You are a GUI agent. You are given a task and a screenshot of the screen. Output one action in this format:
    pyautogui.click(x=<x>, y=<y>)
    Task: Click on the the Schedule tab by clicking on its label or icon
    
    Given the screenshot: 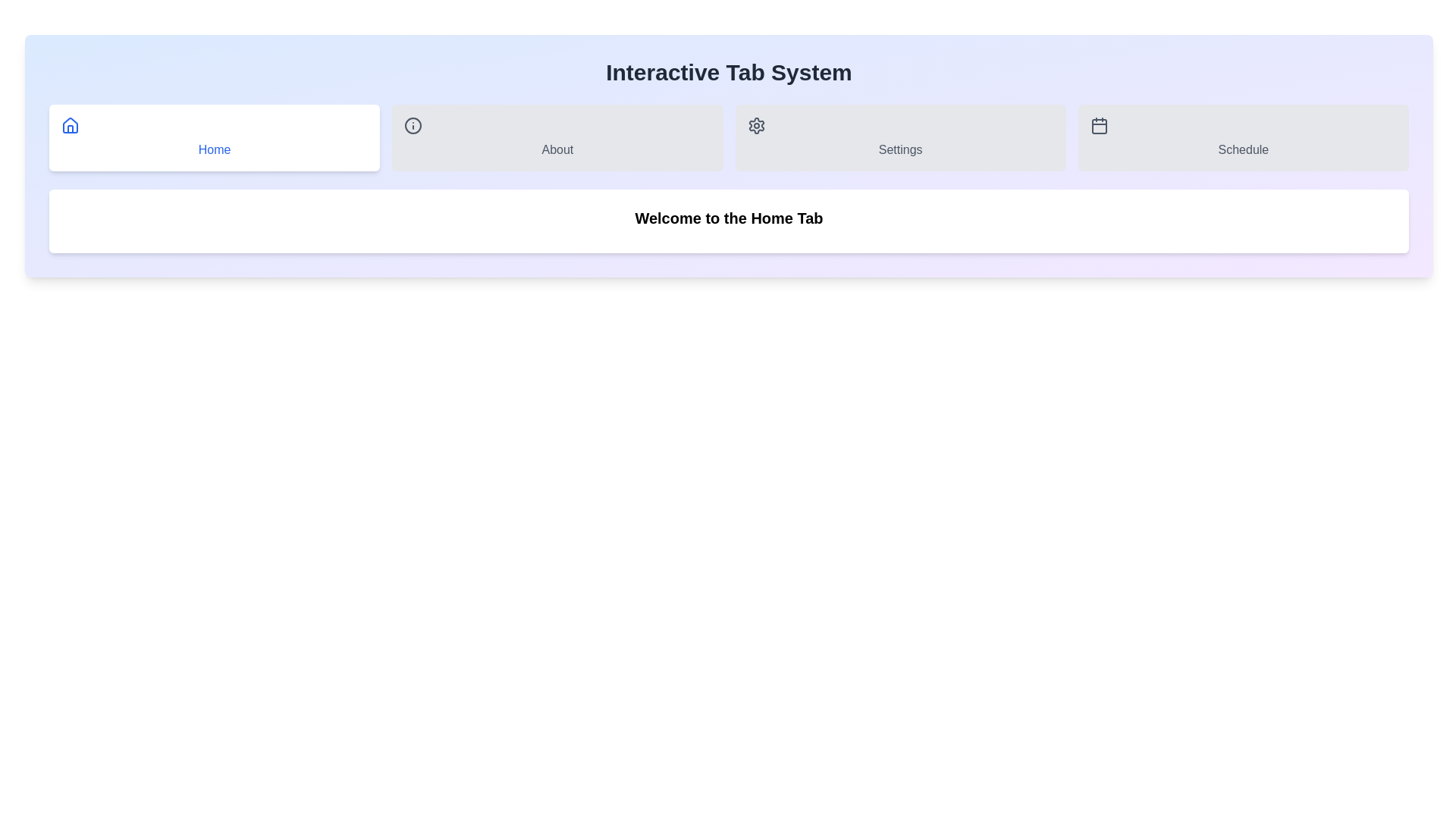 What is the action you would take?
    pyautogui.click(x=1243, y=137)
    